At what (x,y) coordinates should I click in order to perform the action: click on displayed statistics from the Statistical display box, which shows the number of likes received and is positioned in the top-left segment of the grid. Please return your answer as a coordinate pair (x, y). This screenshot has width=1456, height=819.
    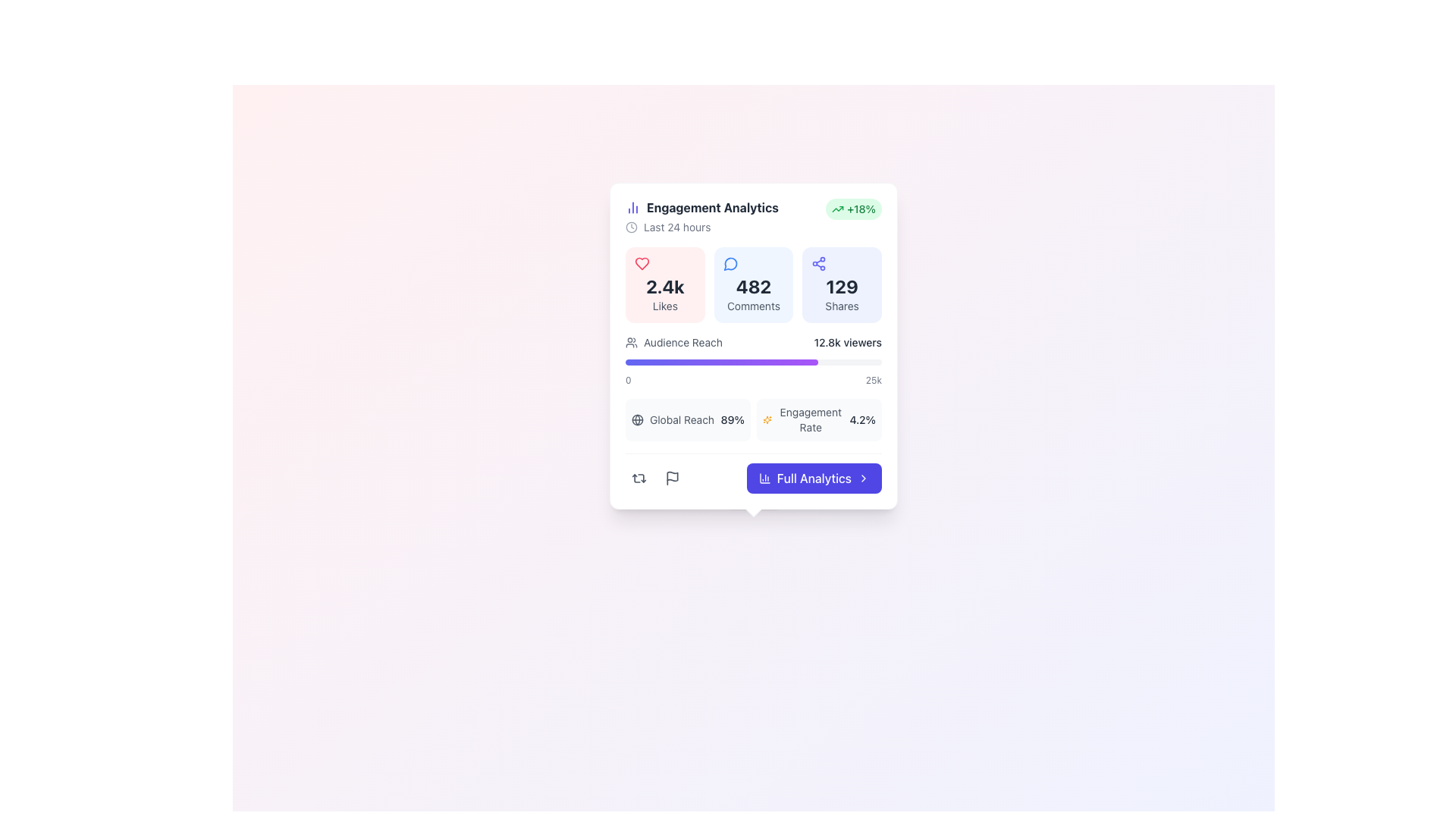
    Looking at the image, I should click on (665, 284).